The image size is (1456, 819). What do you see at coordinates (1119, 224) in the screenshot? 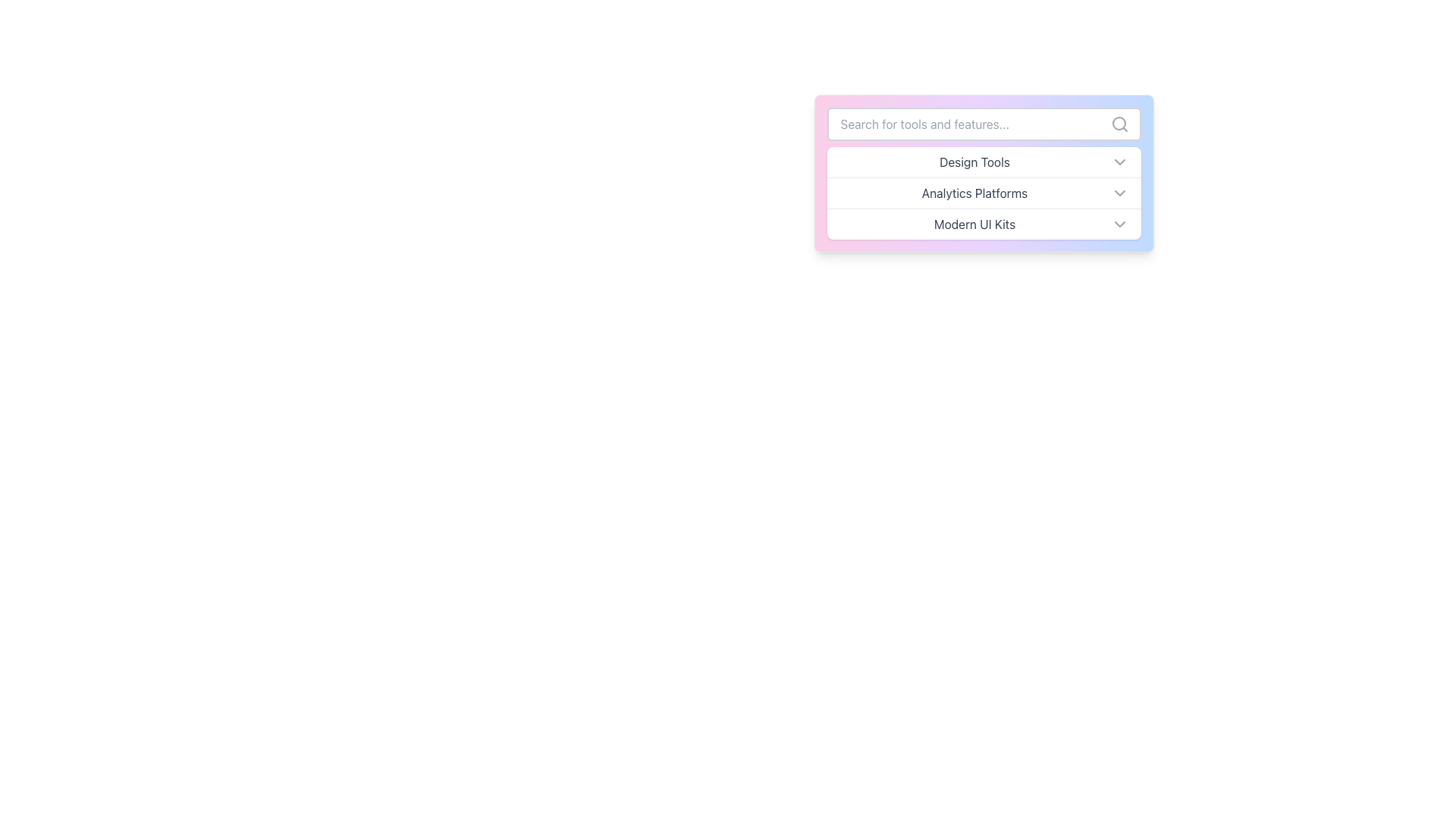
I see `the downward-pointing chevron icon on the far-right edge of the 'Modern UI Kits' row` at bounding box center [1119, 224].